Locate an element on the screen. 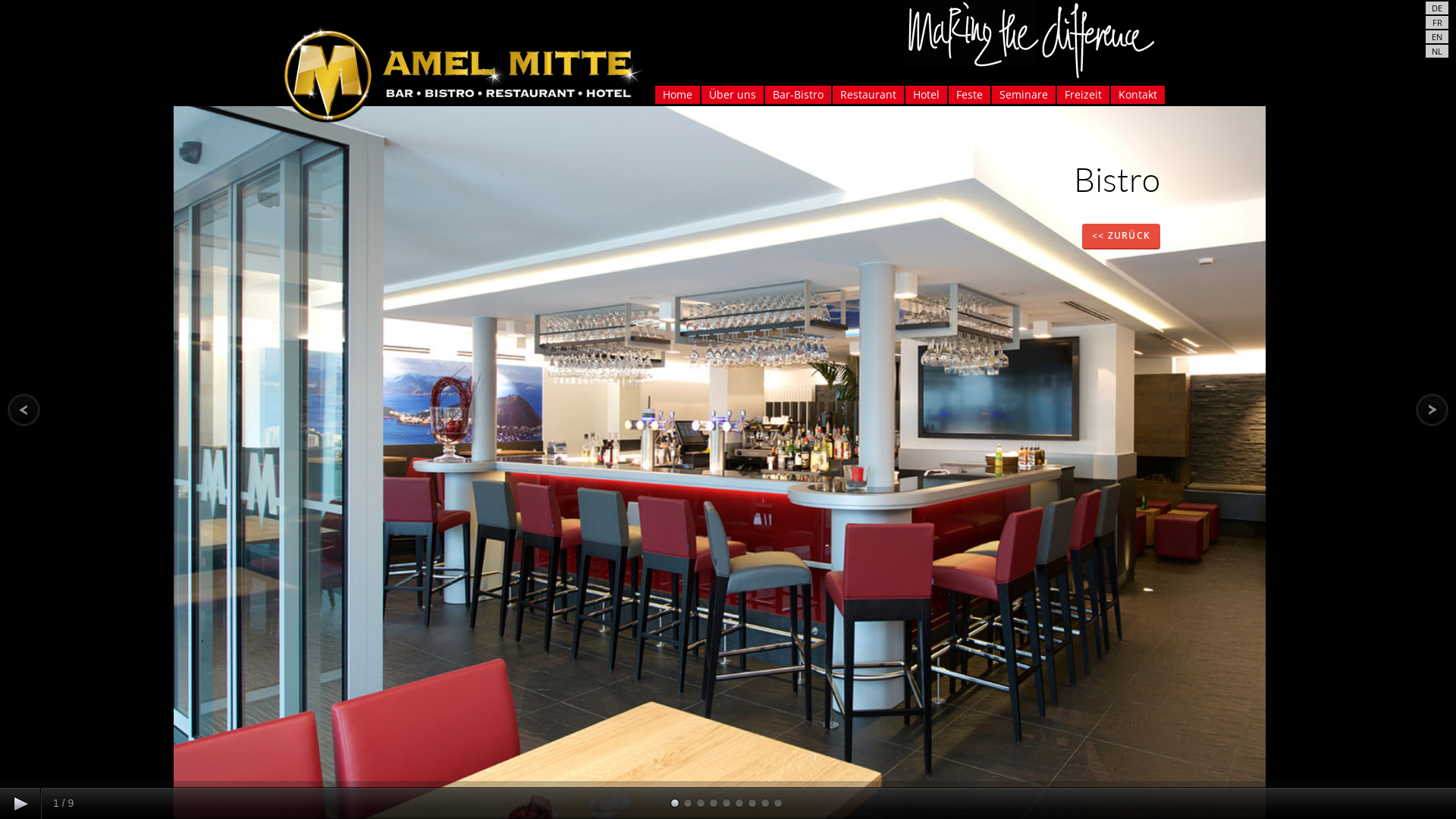 This screenshot has height=819, width=1456. 'Seminare' is located at coordinates (1023, 94).